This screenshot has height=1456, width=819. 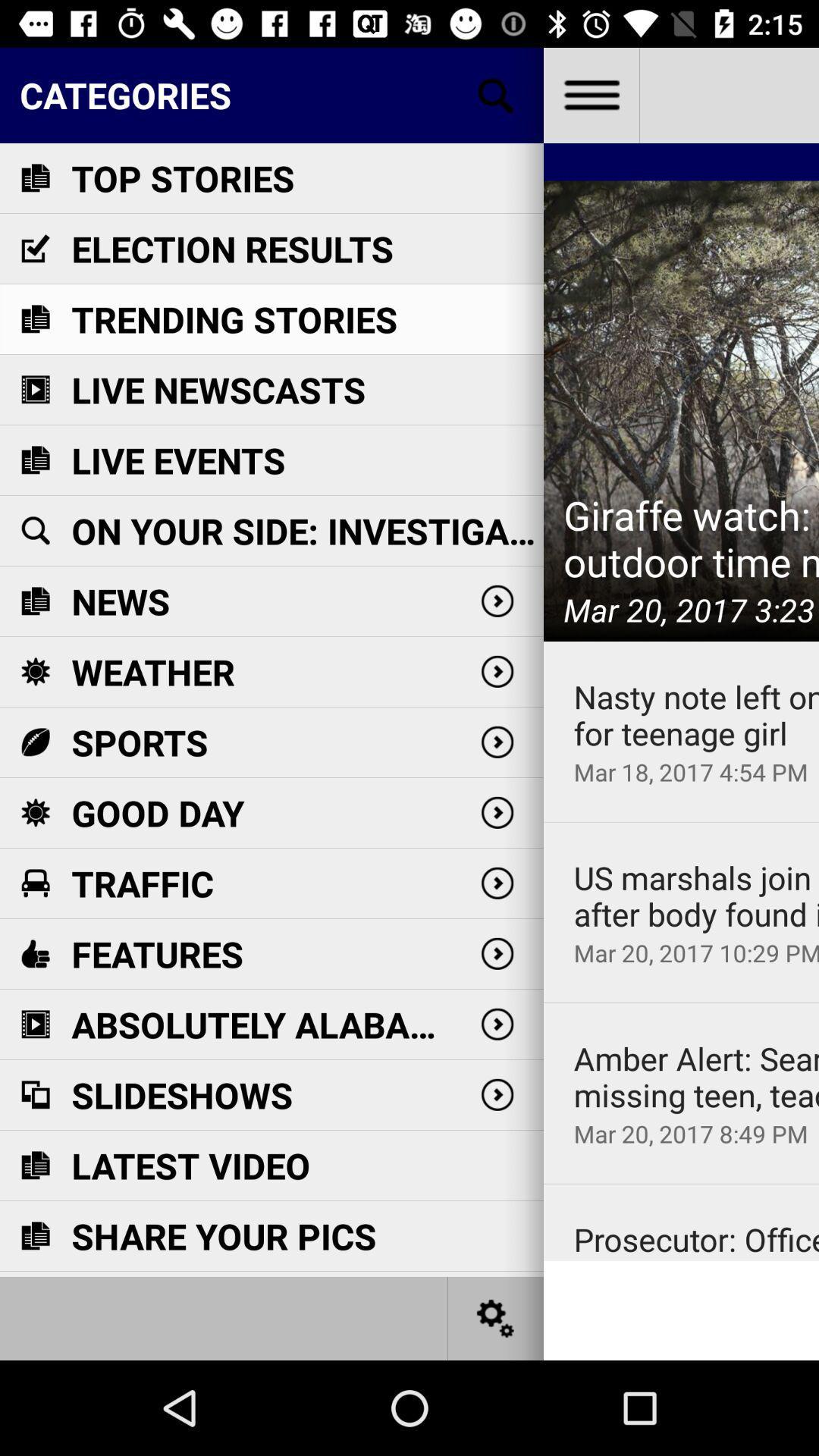 What do you see at coordinates (590, 94) in the screenshot?
I see `the menu icon` at bounding box center [590, 94].